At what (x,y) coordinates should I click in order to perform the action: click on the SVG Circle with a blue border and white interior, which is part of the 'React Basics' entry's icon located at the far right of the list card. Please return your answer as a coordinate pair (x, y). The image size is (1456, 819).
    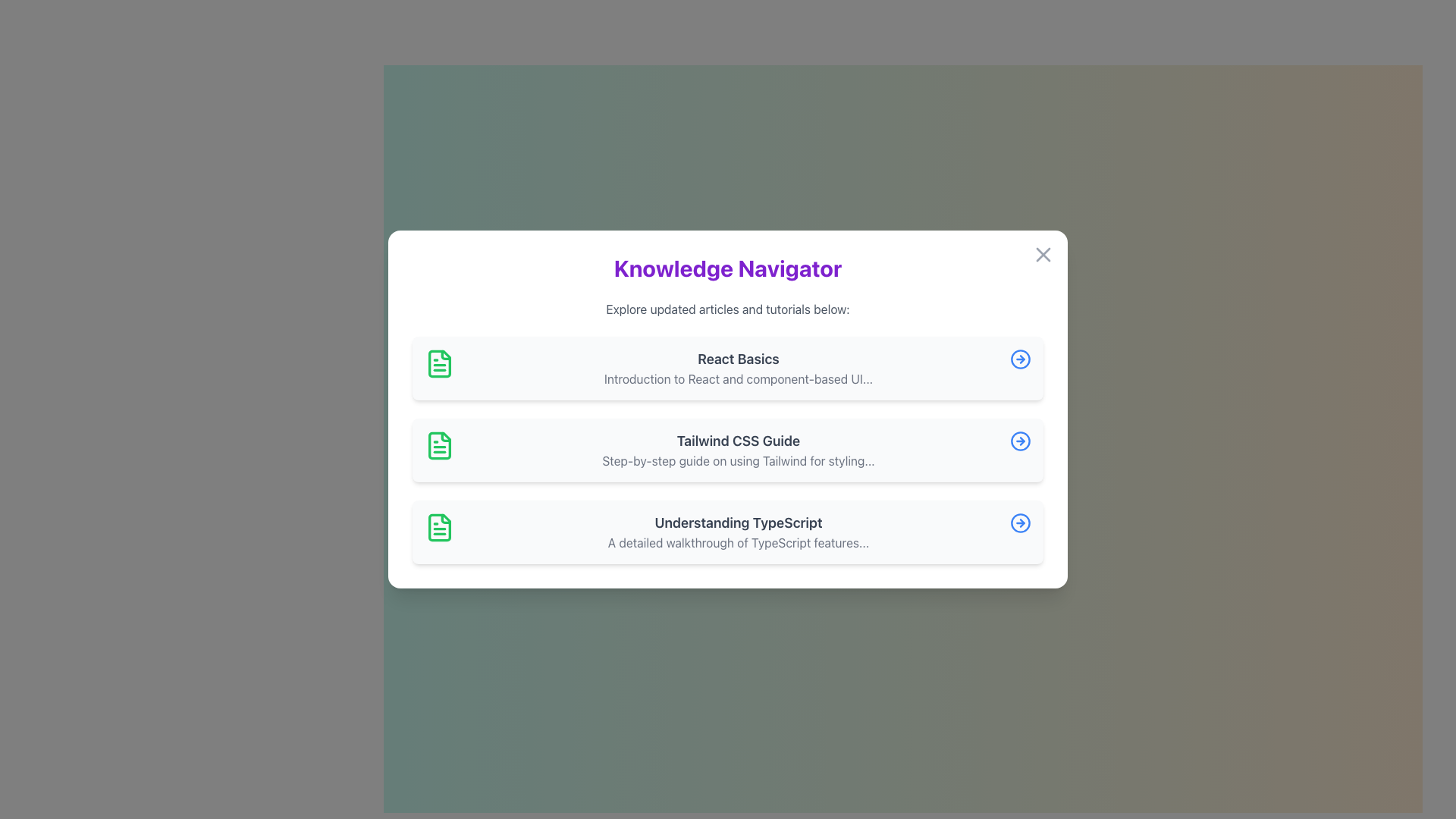
    Looking at the image, I should click on (1020, 359).